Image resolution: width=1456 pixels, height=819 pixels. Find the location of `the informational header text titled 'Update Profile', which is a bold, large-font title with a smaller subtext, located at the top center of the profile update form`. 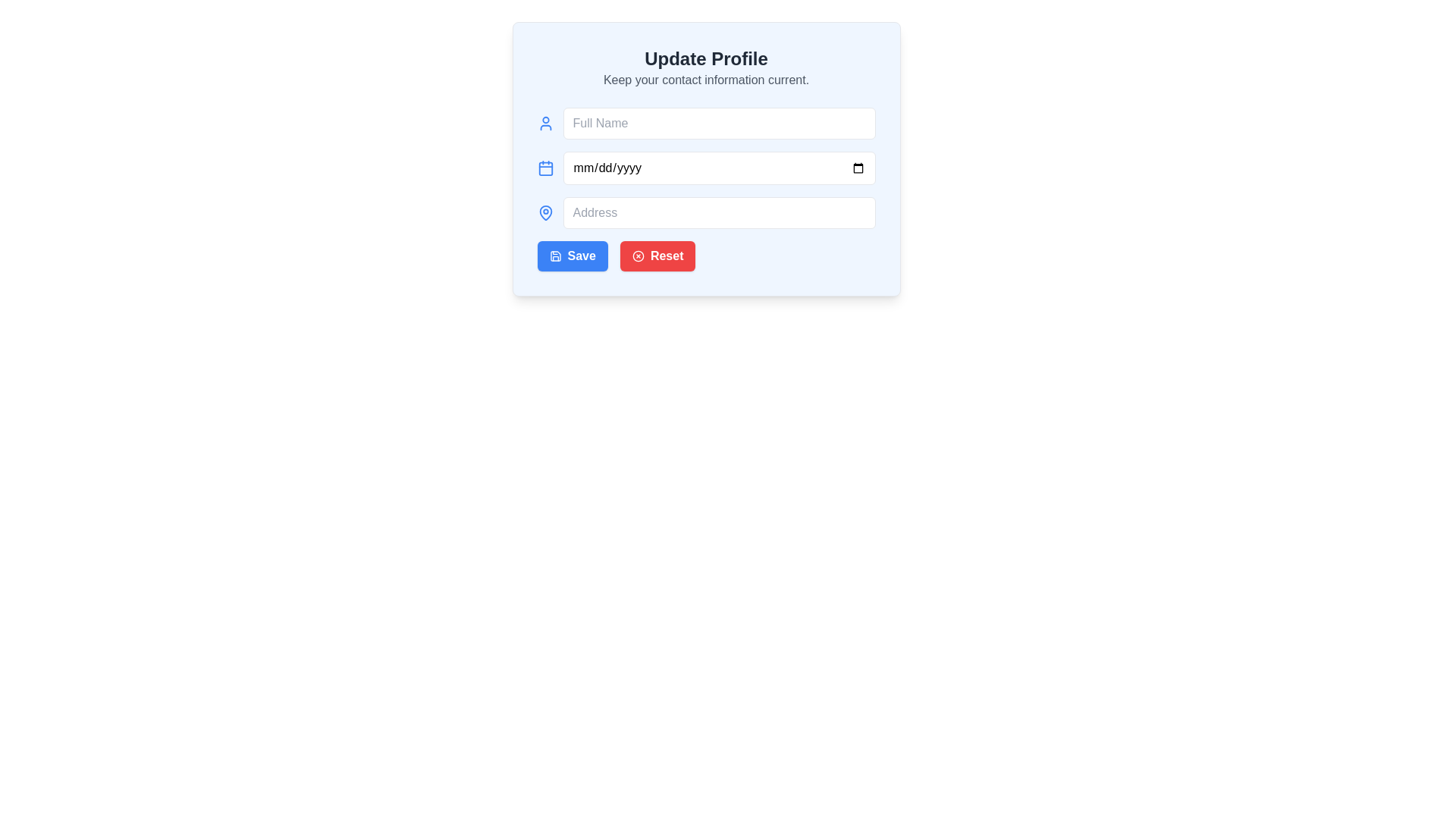

the informational header text titled 'Update Profile', which is a bold, large-font title with a smaller subtext, located at the top center of the profile update form is located at coordinates (705, 67).